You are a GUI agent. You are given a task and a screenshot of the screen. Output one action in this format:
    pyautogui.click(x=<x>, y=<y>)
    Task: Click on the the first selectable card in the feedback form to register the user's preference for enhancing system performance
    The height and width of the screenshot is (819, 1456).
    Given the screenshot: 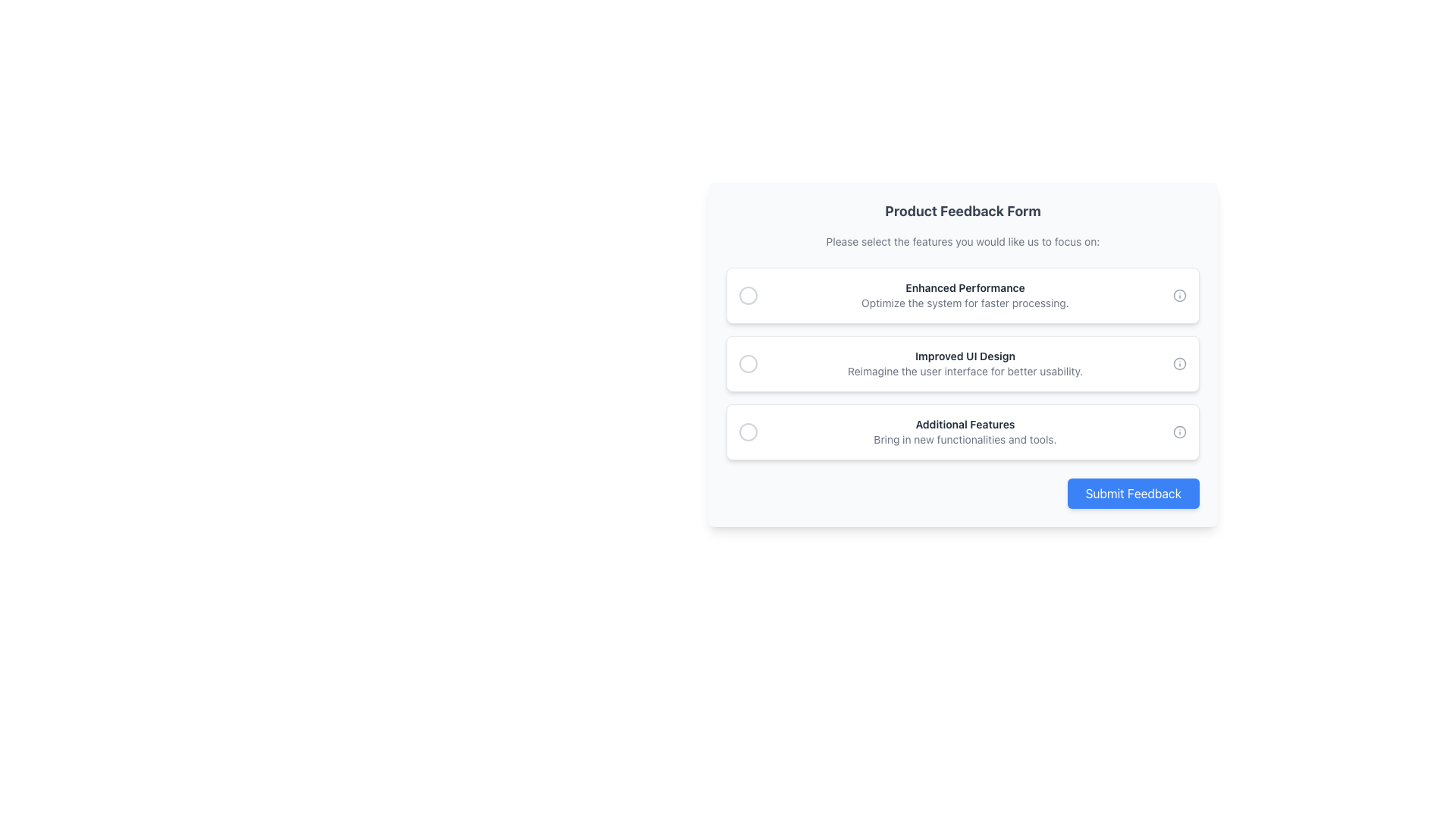 What is the action you would take?
    pyautogui.click(x=962, y=295)
    